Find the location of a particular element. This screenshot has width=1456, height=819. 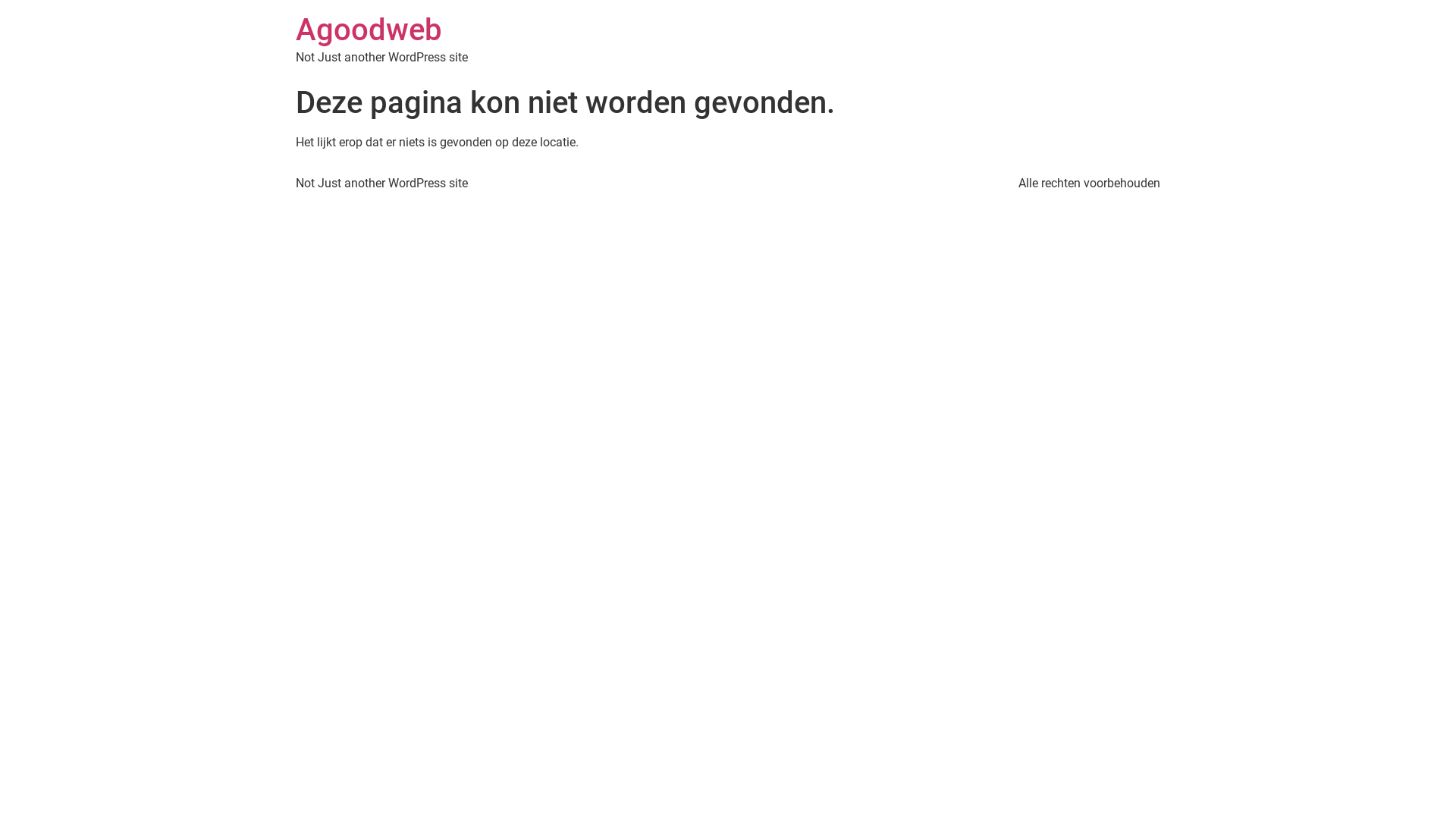

'Agoodweb' is located at coordinates (369, 30).